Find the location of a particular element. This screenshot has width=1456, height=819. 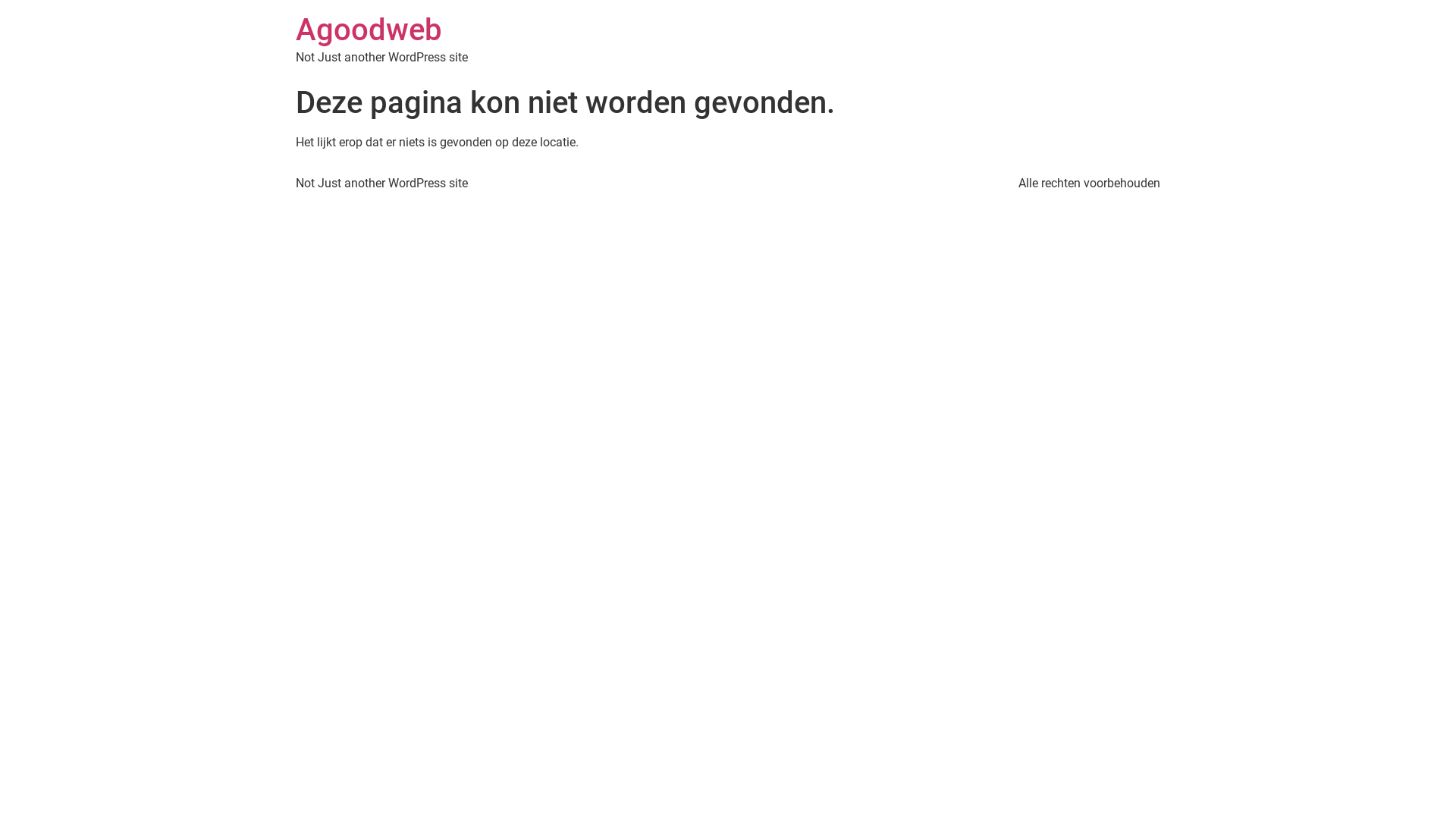

'Agoodweb' is located at coordinates (369, 30).